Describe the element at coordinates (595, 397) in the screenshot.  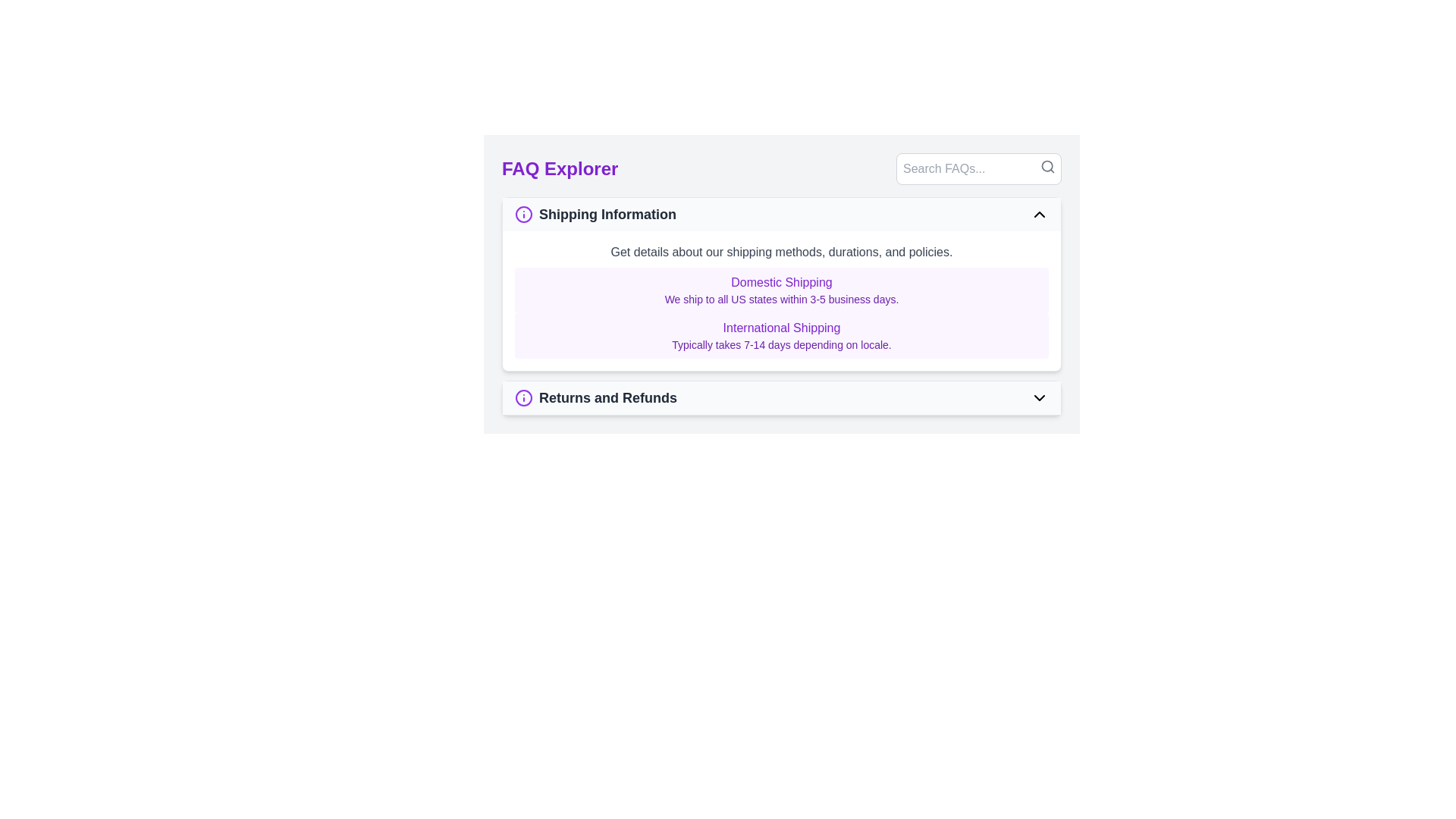
I see `the non-interactive text label indicating the returns and refunds section, located under the 'Shipping Information' section in the FAQ Explorer interface` at that location.